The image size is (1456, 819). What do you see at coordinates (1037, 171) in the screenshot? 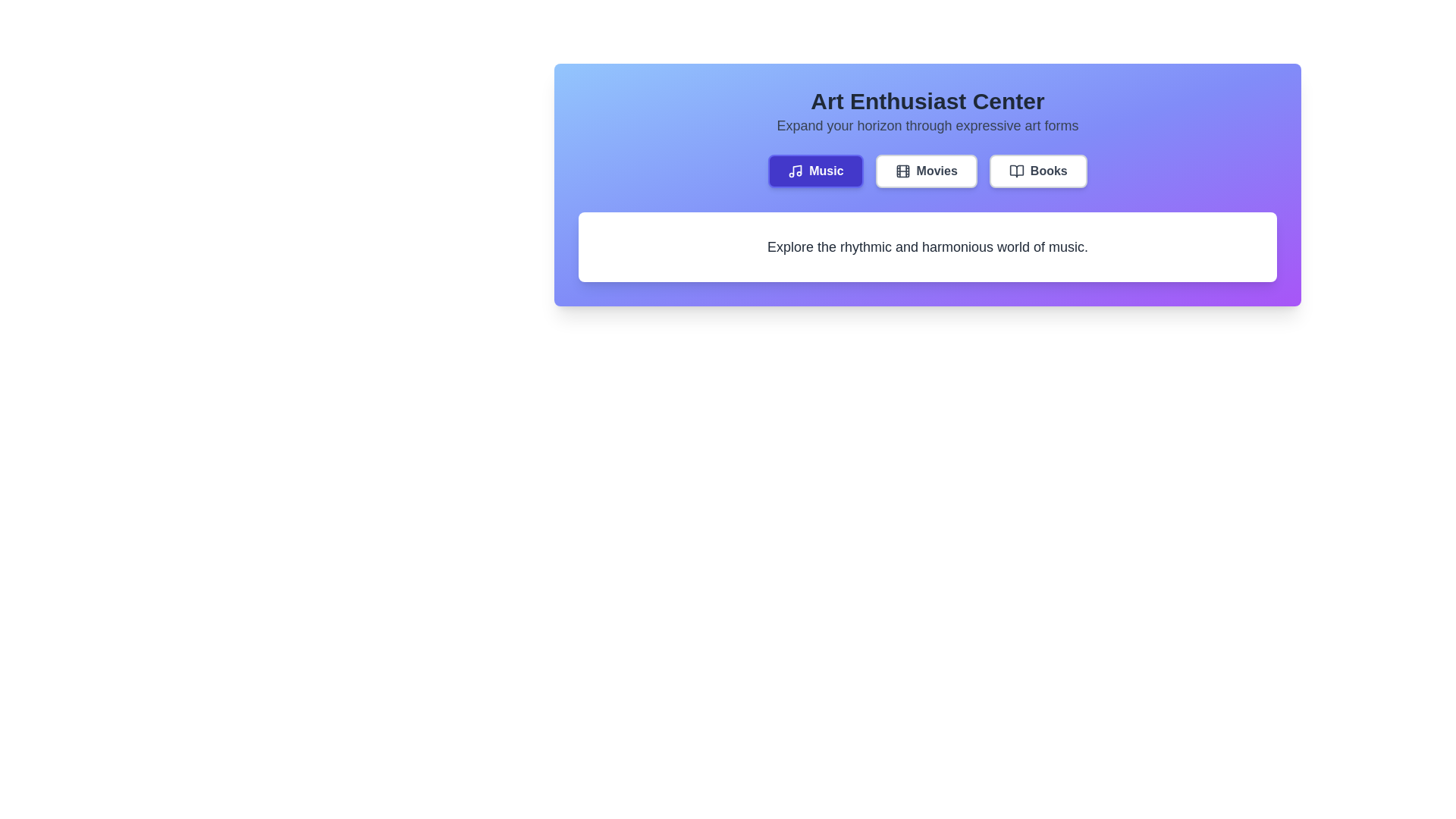
I see `the Books button to observe the hover effect` at bounding box center [1037, 171].